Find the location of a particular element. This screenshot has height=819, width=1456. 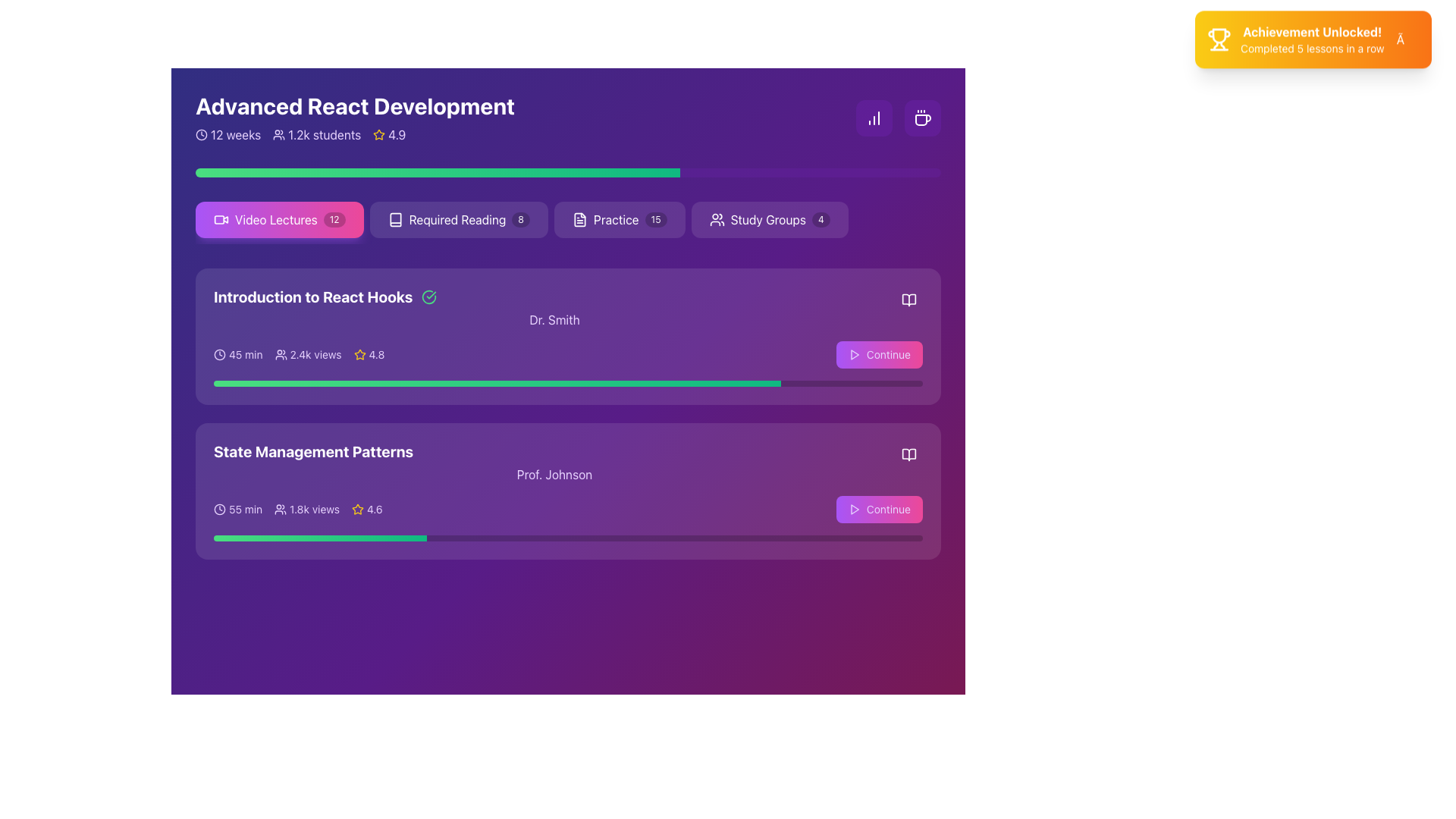

the displayed numeric count in the Text badge located at the top right corner of the 'Video Lectures' button, adjacent to the text 'Video Lectures' is located at coordinates (334, 219).